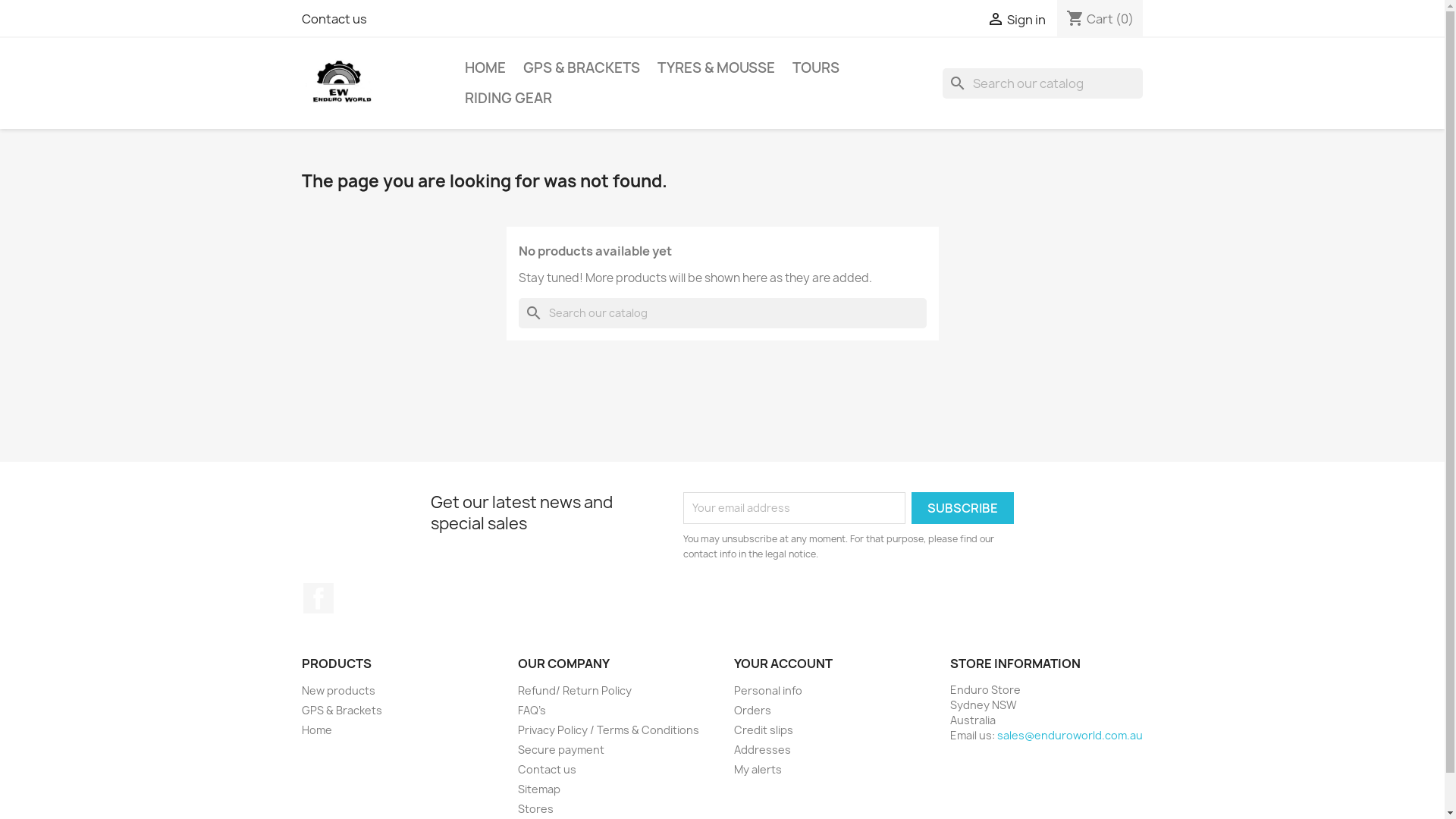 This screenshot has width=1456, height=819. What do you see at coordinates (734, 663) in the screenshot?
I see `'YOUR ACCOUNT'` at bounding box center [734, 663].